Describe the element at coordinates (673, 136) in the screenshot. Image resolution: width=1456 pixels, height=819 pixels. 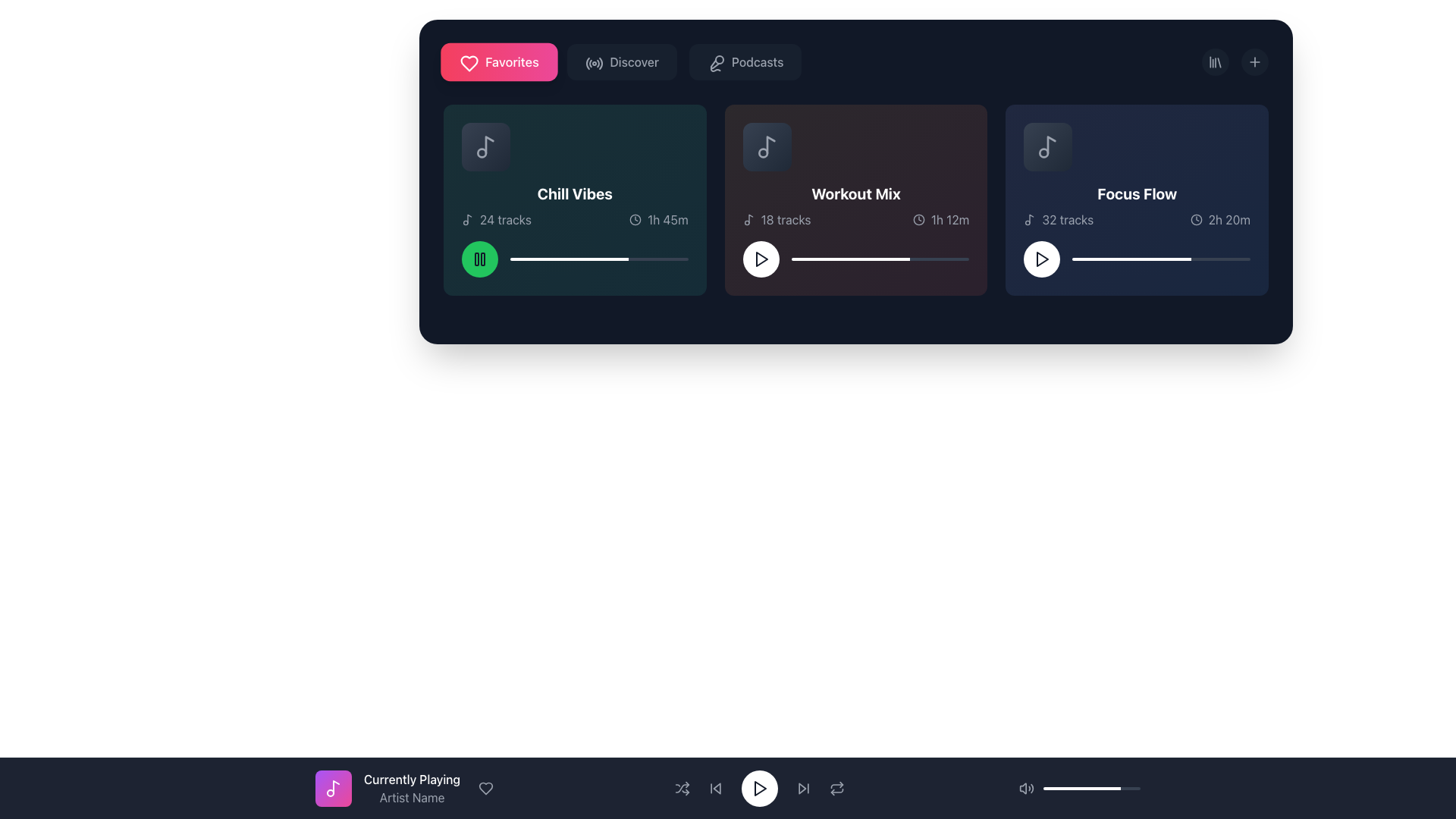
I see `the button located in the upper-right corner of the 'Chill Vibes' card` at that location.